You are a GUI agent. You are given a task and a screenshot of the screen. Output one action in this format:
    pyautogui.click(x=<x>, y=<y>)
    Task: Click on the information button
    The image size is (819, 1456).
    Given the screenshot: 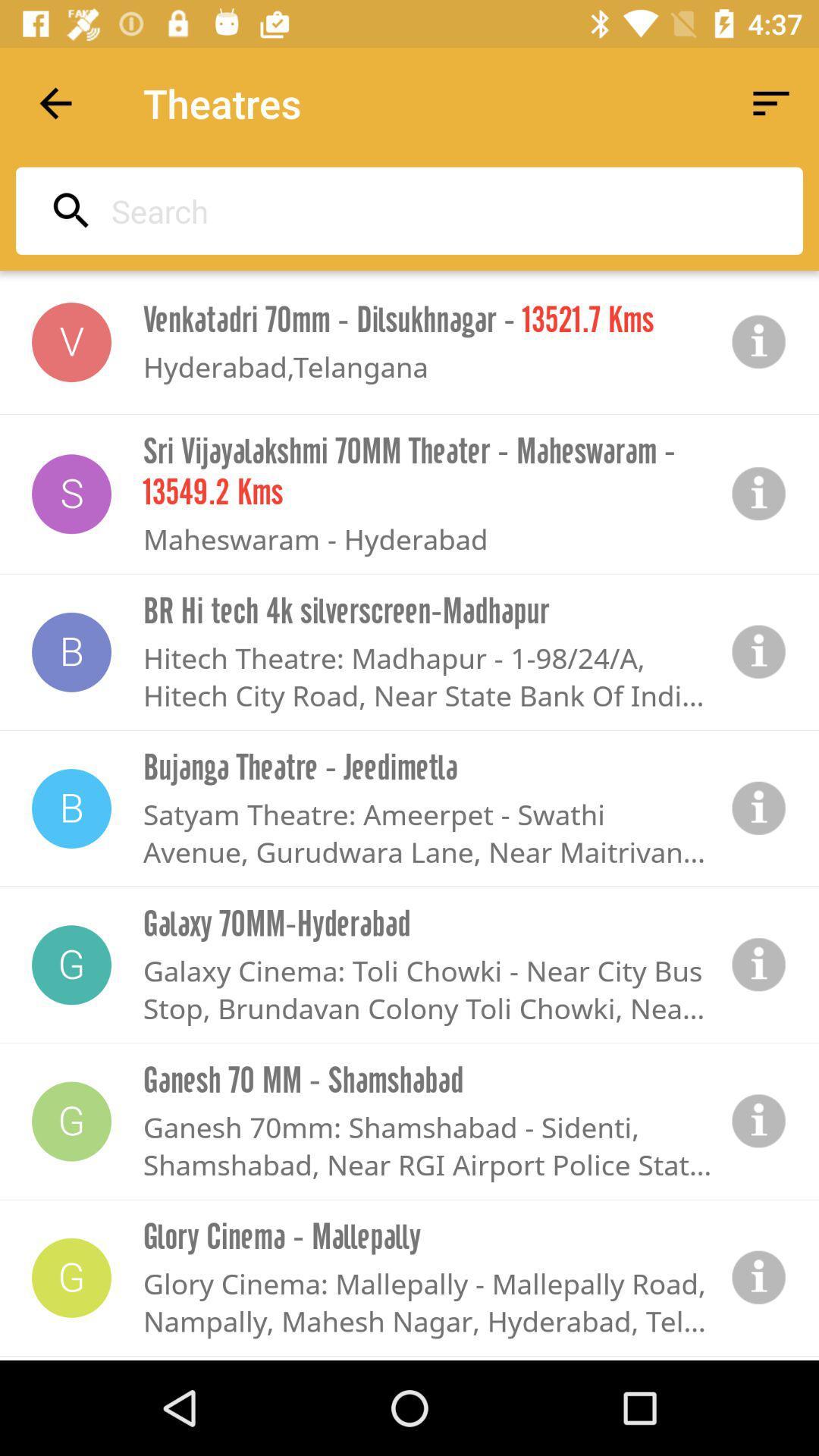 What is the action you would take?
    pyautogui.click(x=759, y=341)
    